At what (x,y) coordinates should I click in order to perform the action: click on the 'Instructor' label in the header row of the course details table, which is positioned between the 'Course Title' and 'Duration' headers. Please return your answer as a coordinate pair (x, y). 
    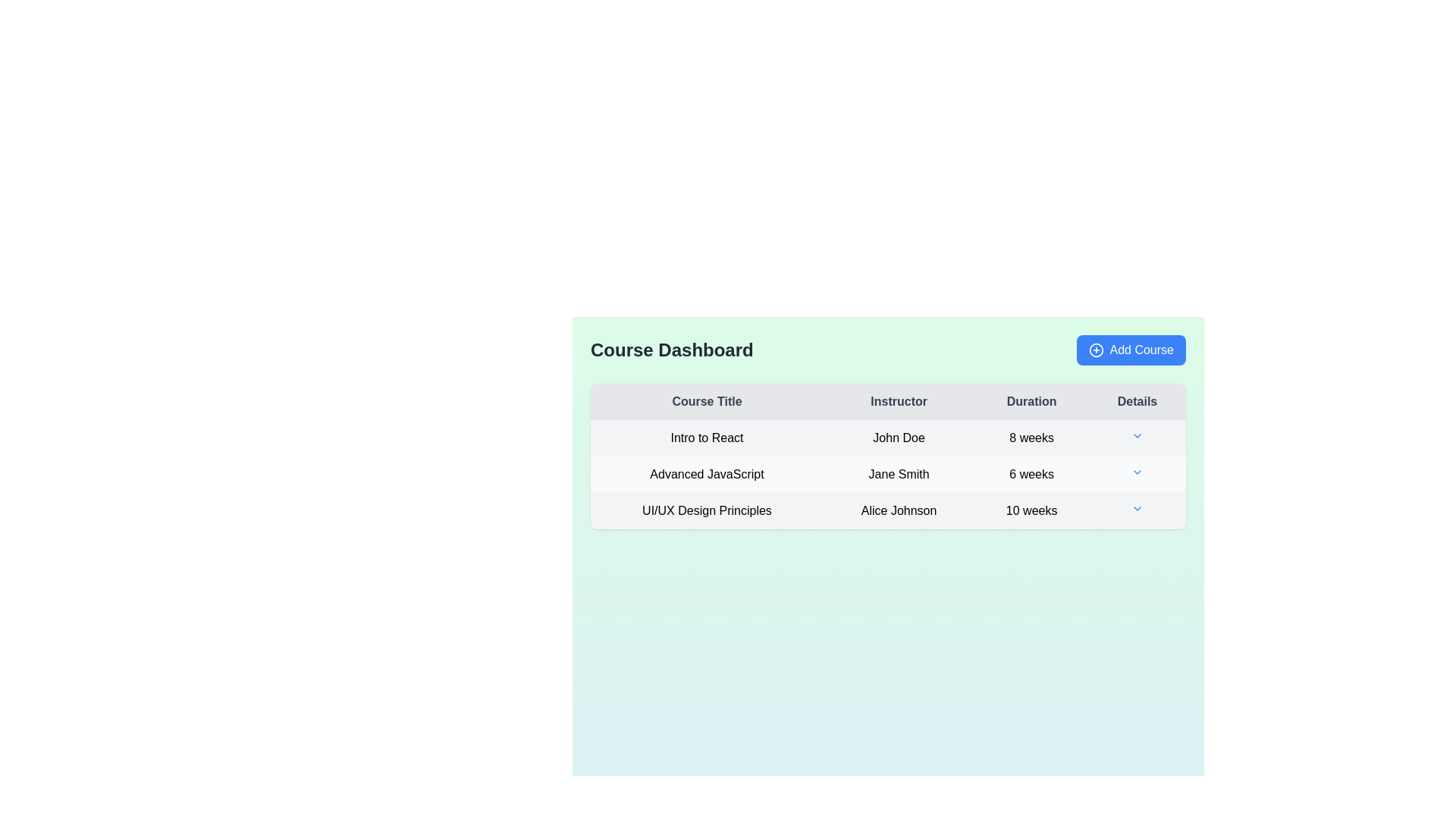
    Looking at the image, I should click on (899, 400).